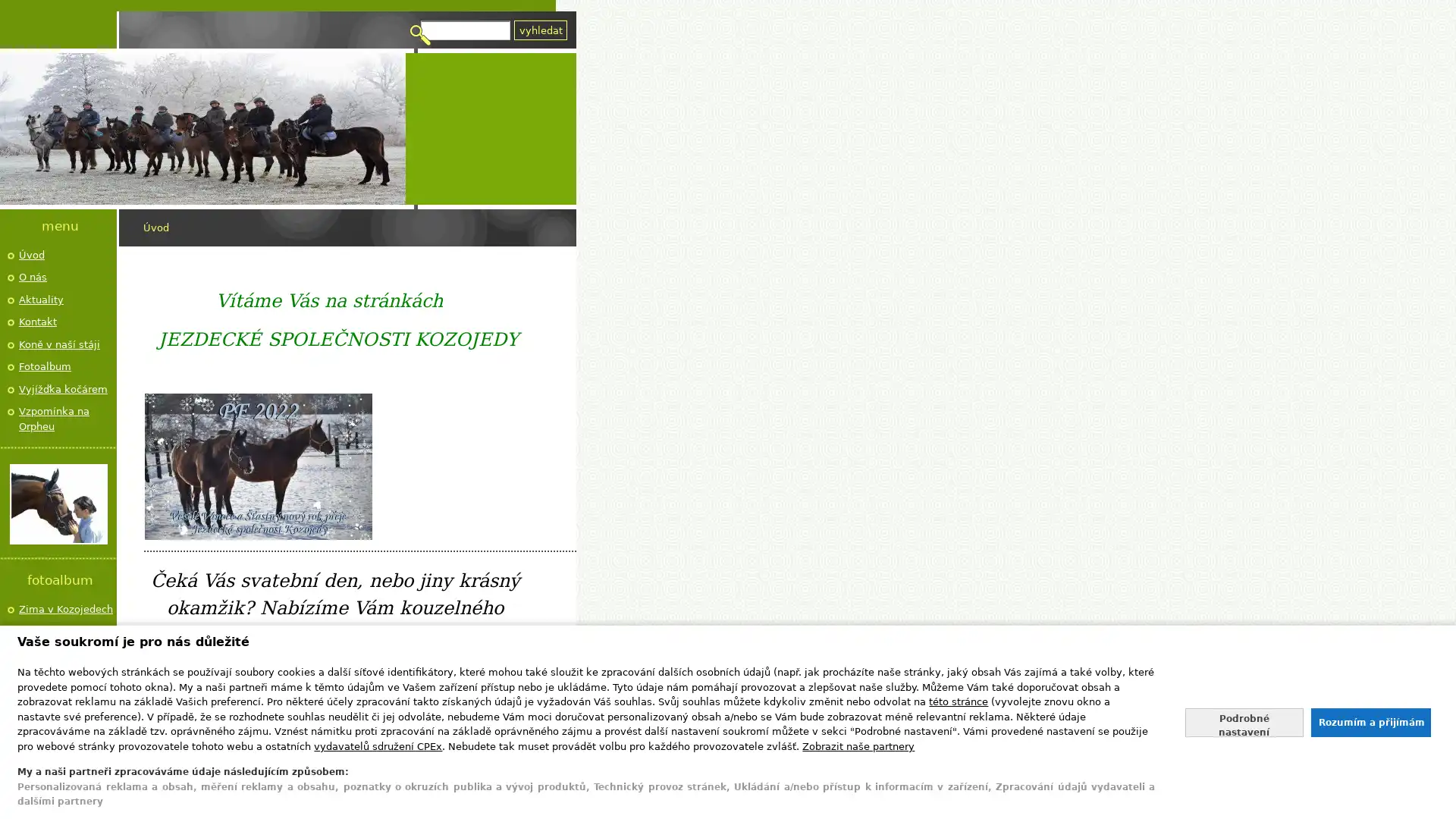  I want to click on Zobrazit nase partnery, so click(858, 745).